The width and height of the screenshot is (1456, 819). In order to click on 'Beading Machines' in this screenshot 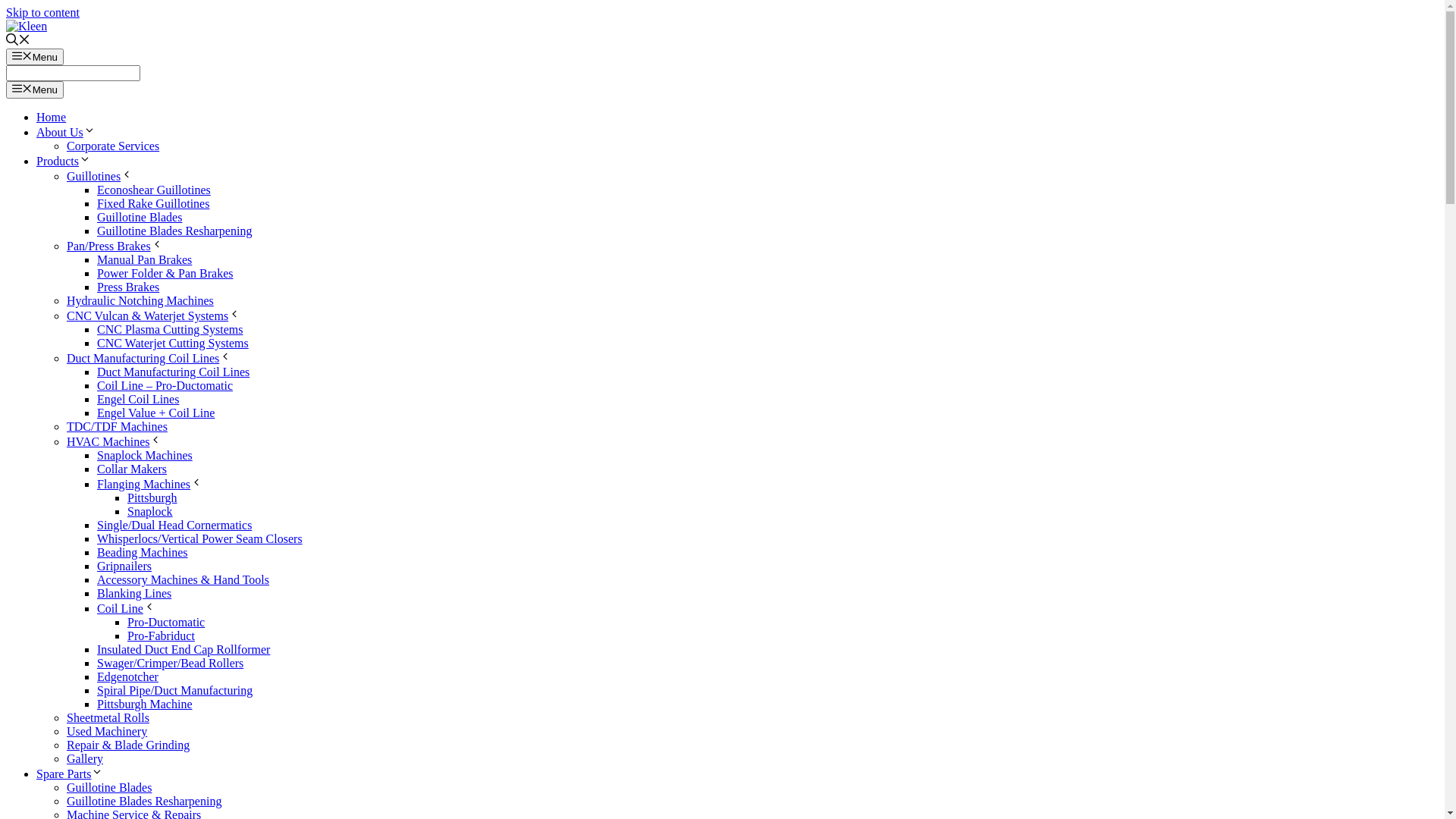, I will do `click(142, 552)`.